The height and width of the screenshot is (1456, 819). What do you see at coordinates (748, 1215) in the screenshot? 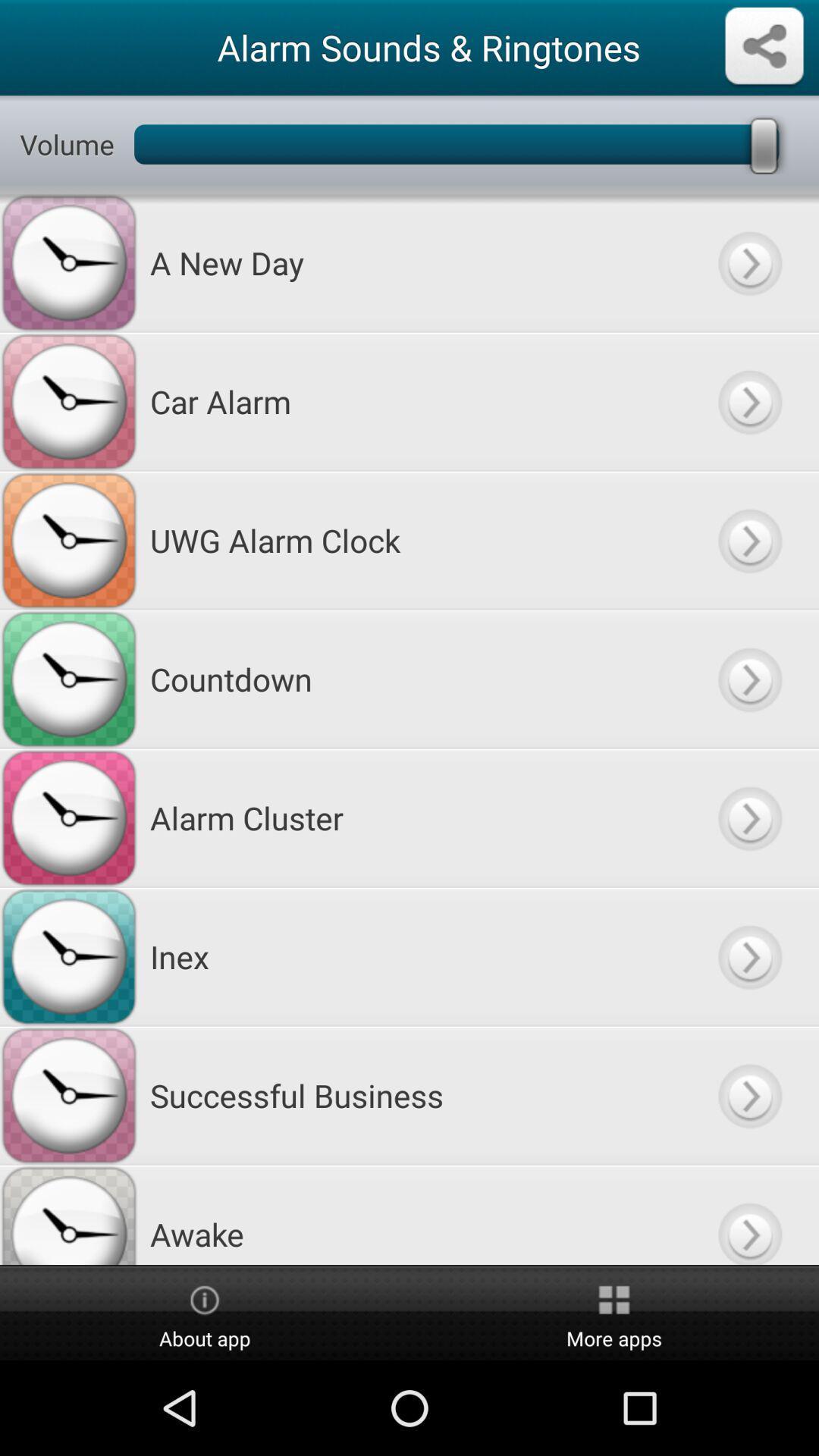
I see `click awake music more details` at bounding box center [748, 1215].